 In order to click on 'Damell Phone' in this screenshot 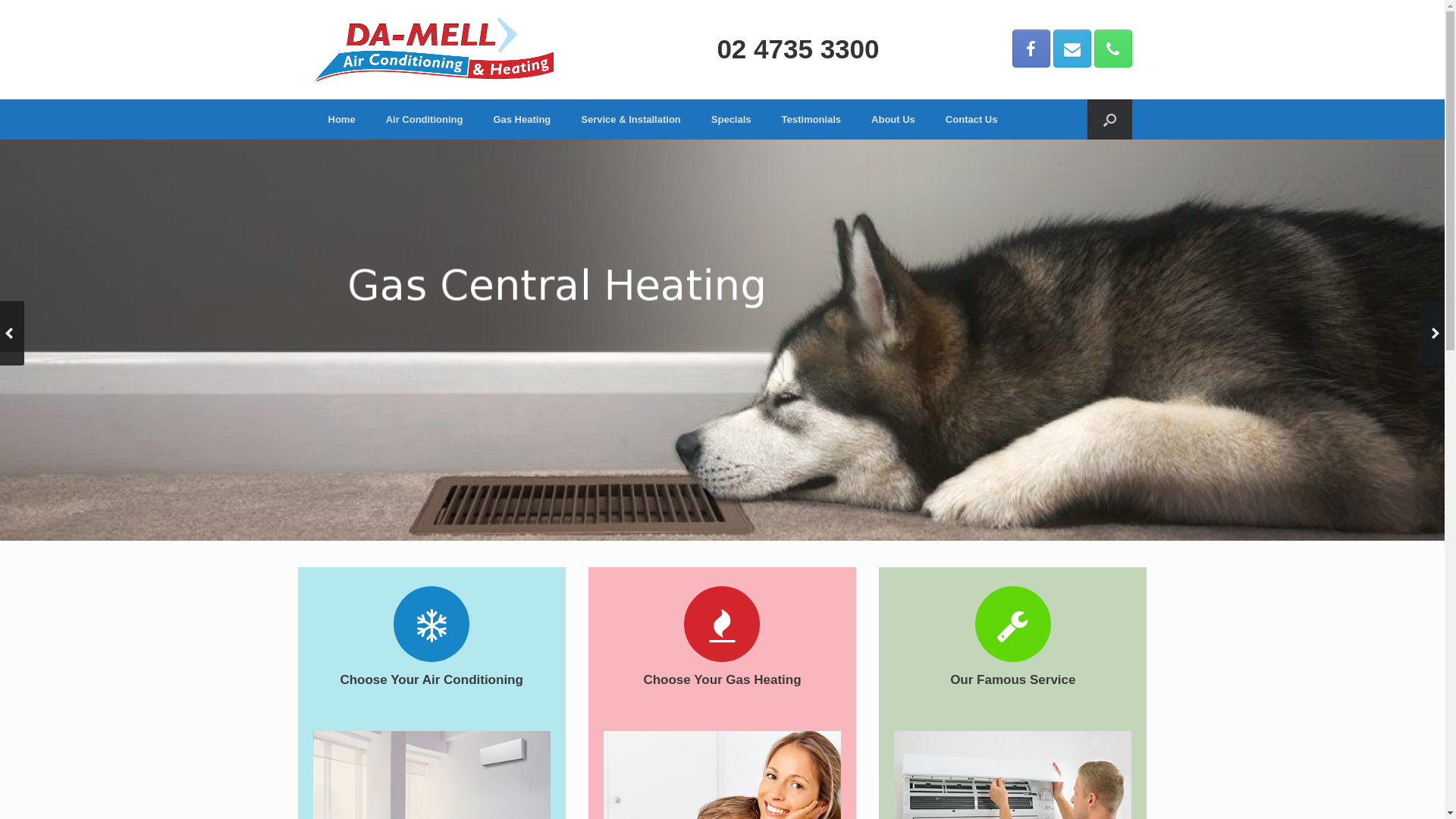, I will do `click(1112, 48)`.